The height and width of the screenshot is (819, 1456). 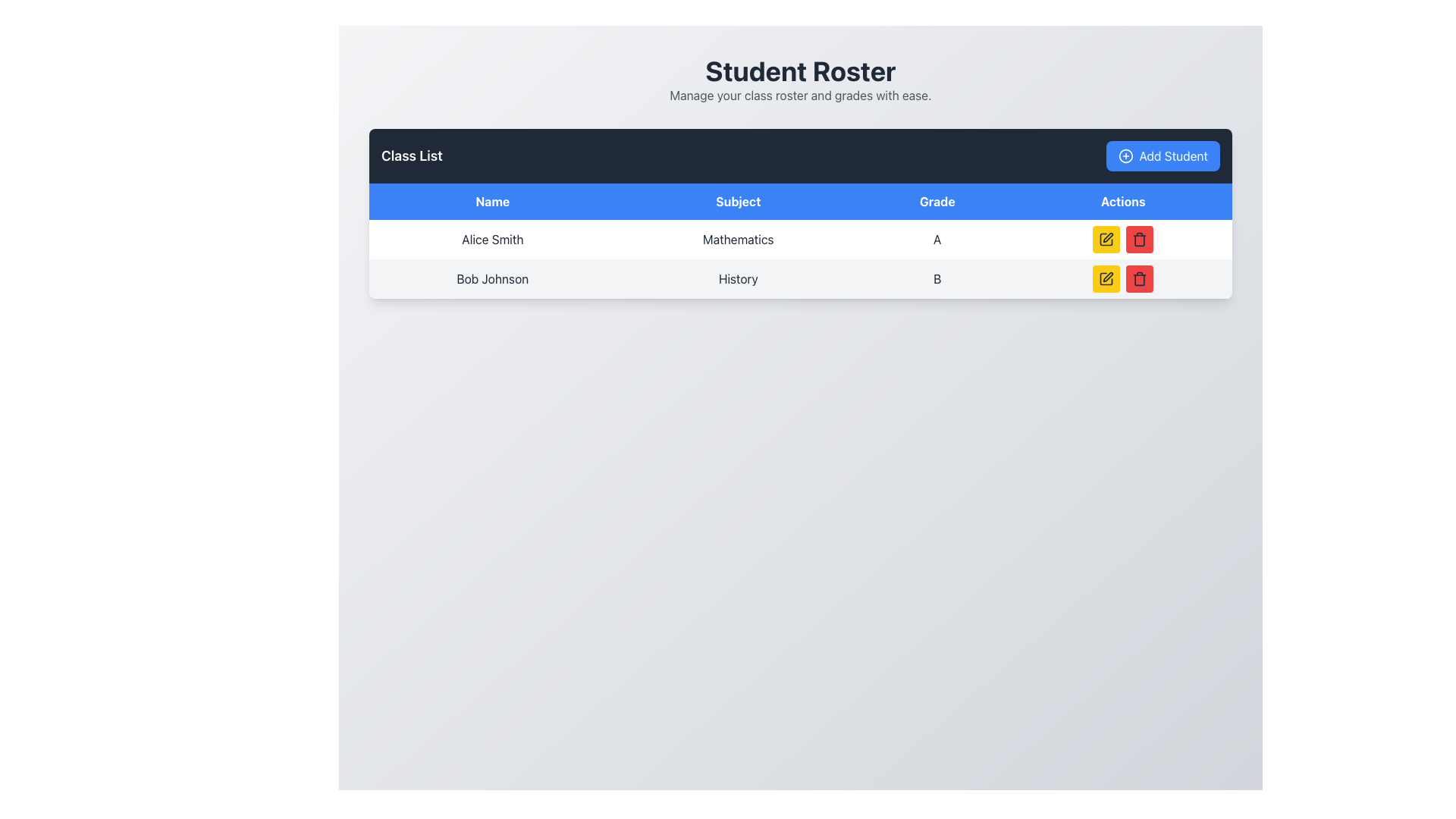 I want to click on the edit icon in the Actions column for the row corresponding to 'Alice Smith', so click(x=1106, y=239).